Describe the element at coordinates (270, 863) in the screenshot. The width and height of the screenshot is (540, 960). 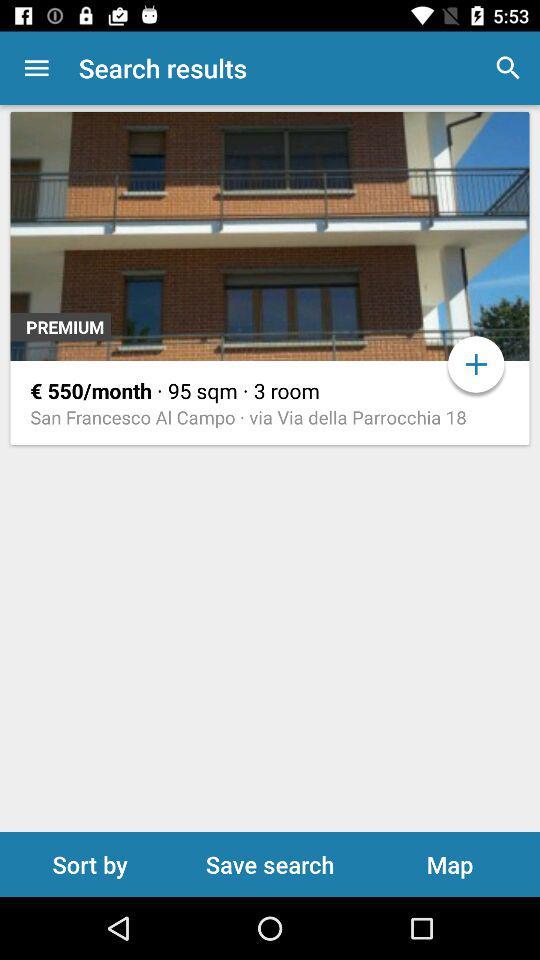
I see `icon next to sort by item` at that location.